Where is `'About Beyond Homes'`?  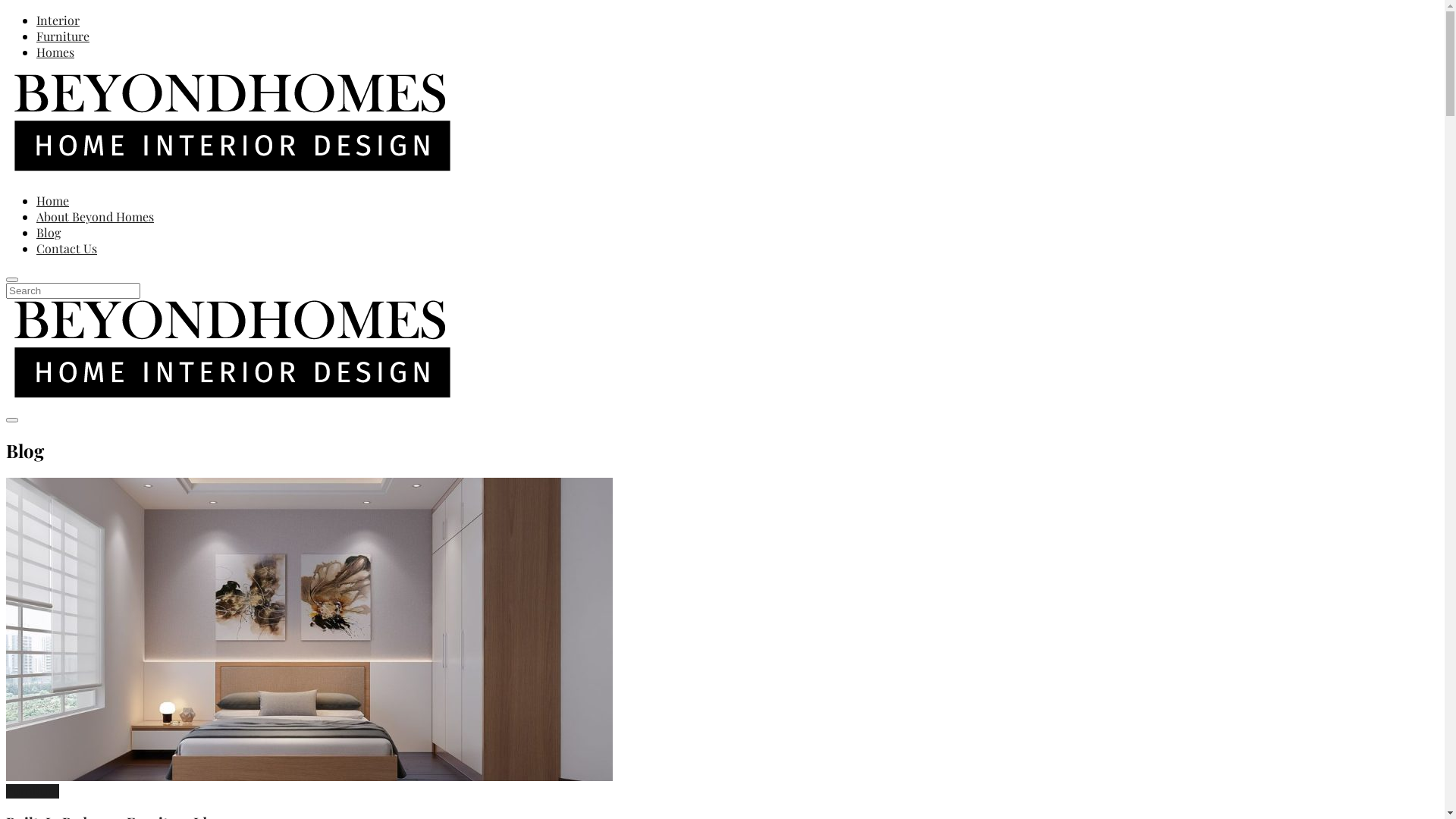
'About Beyond Homes' is located at coordinates (36, 216).